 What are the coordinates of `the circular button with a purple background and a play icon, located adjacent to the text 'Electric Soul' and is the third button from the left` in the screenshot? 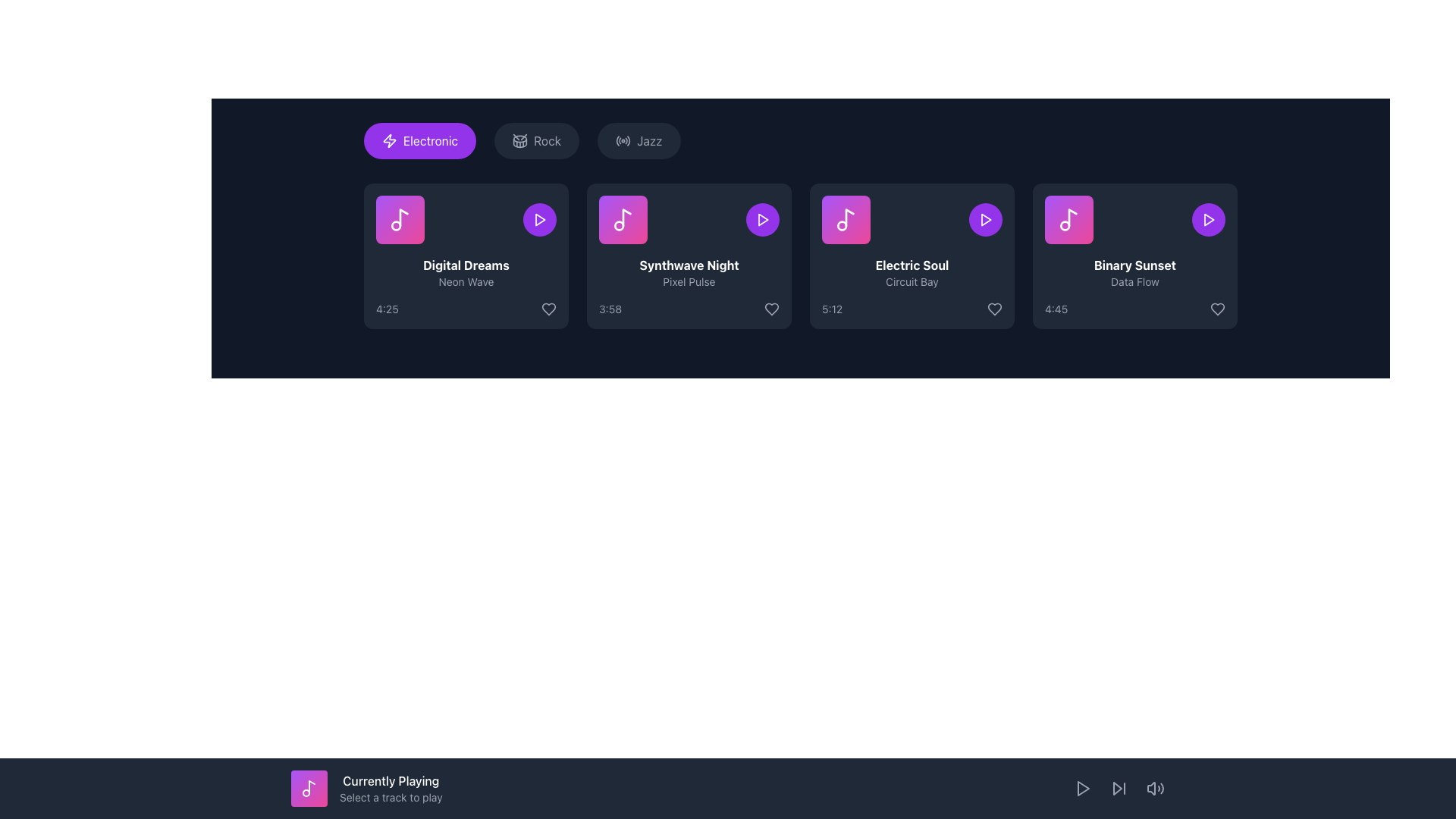 It's located at (986, 219).